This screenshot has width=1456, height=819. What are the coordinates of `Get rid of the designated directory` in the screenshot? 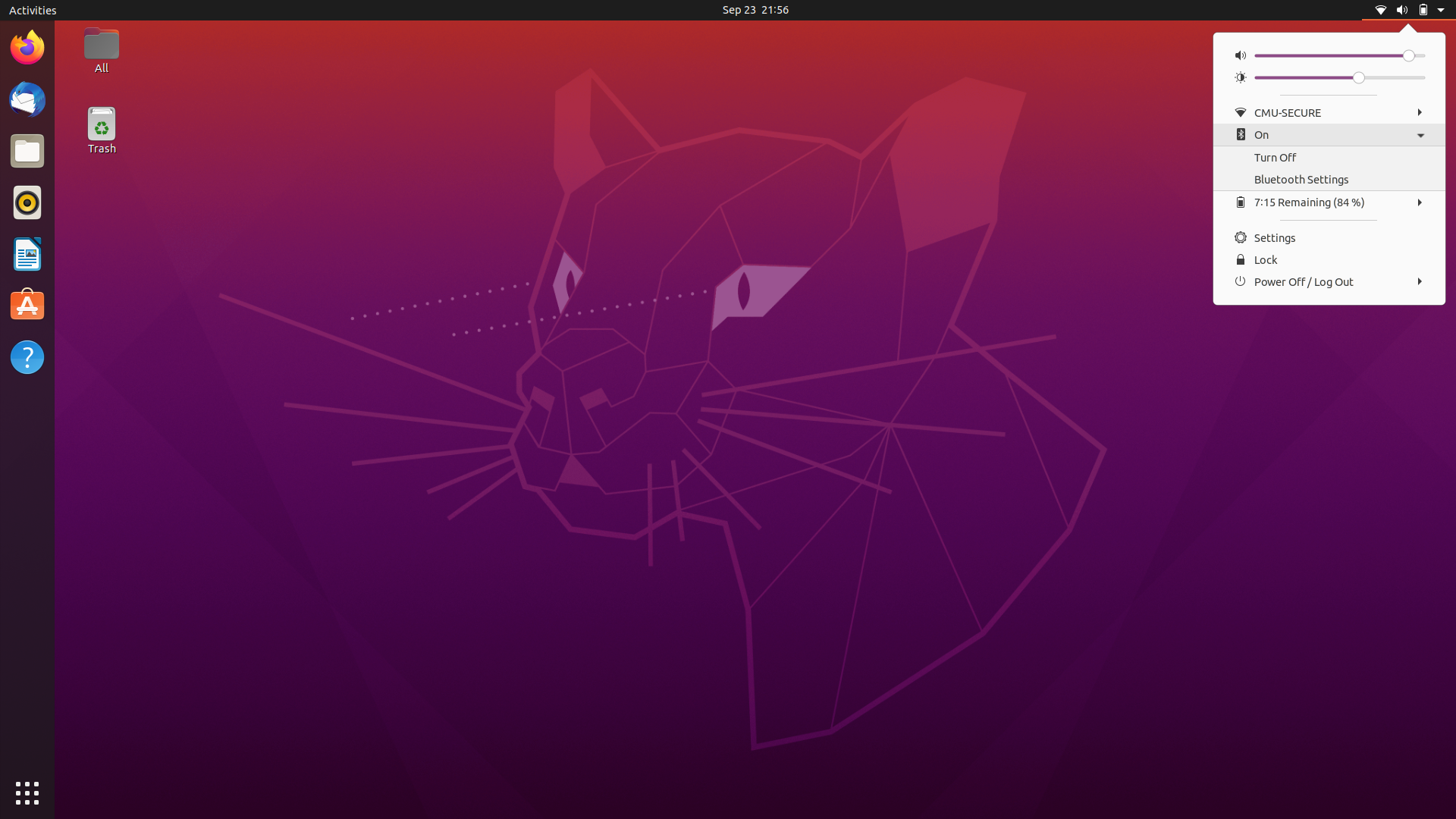 It's located at (197288, 58149).